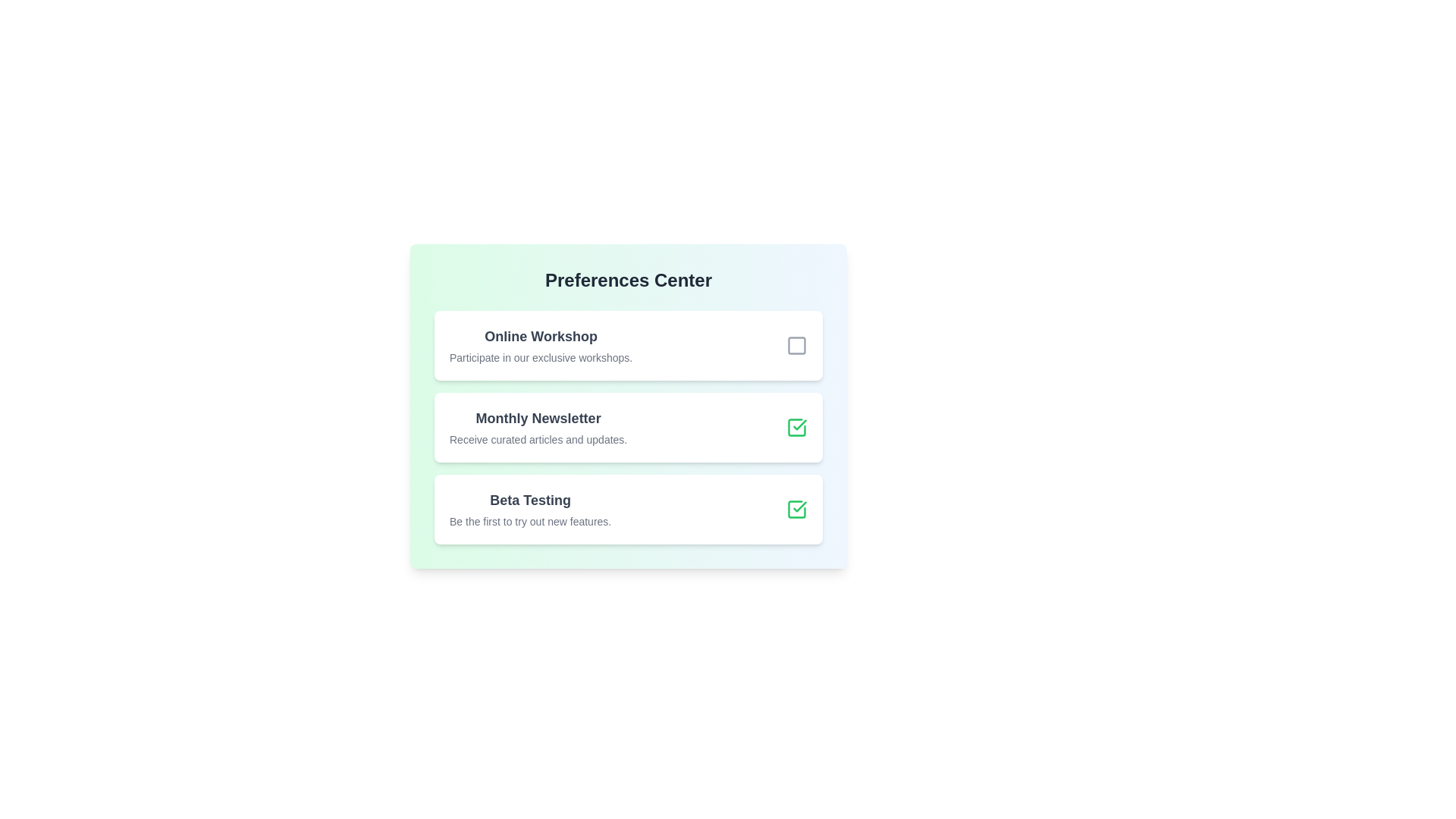 This screenshot has width=1456, height=819. Describe the element at coordinates (799, 425) in the screenshot. I see `the checkmark icon representing the selected 'Beta Testing' option in the Preferences Center` at that location.